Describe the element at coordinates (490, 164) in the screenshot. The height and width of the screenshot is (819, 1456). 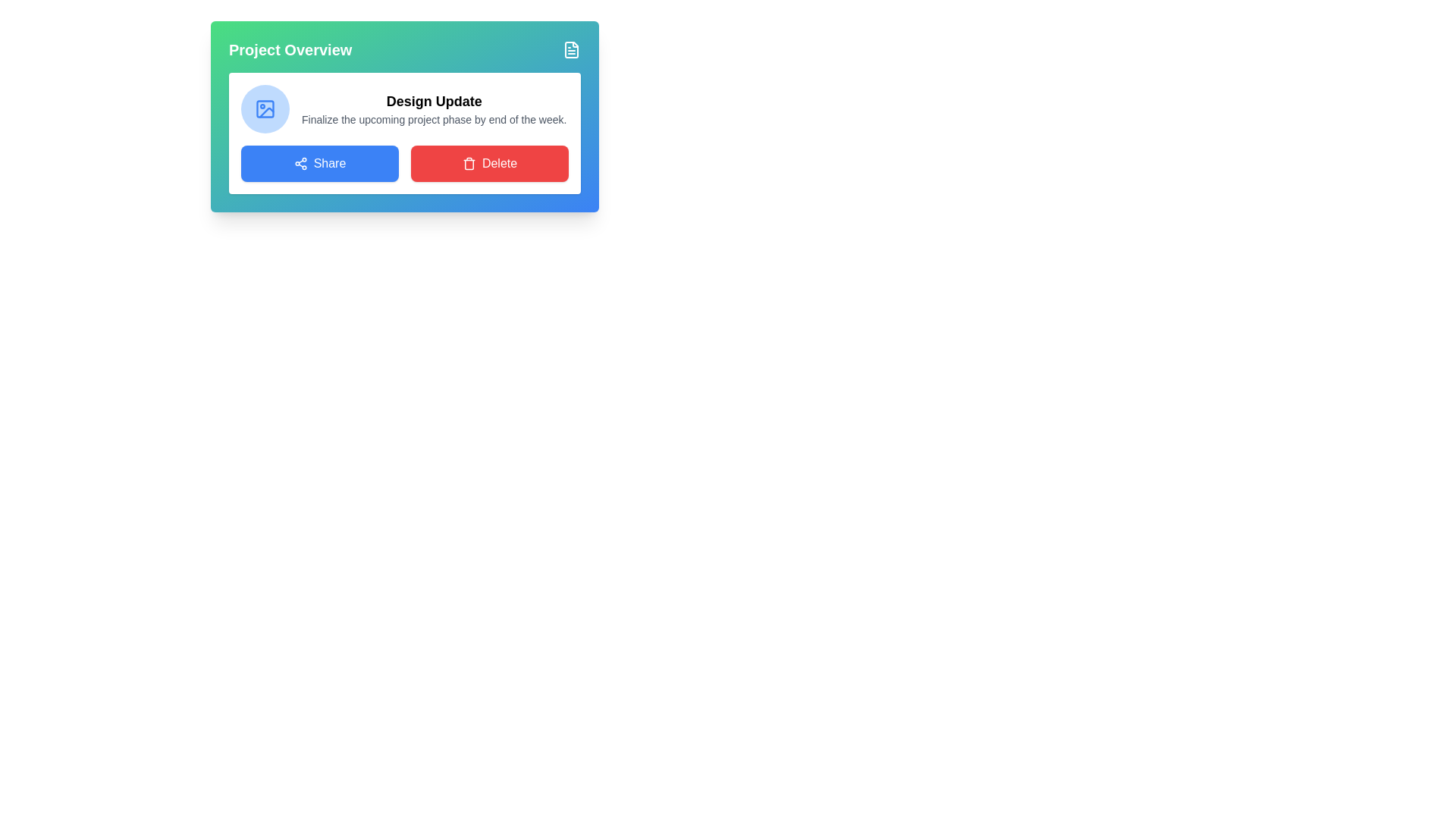
I see `the red 'Delete' button with a white trash can icon to observe hover effects` at that location.